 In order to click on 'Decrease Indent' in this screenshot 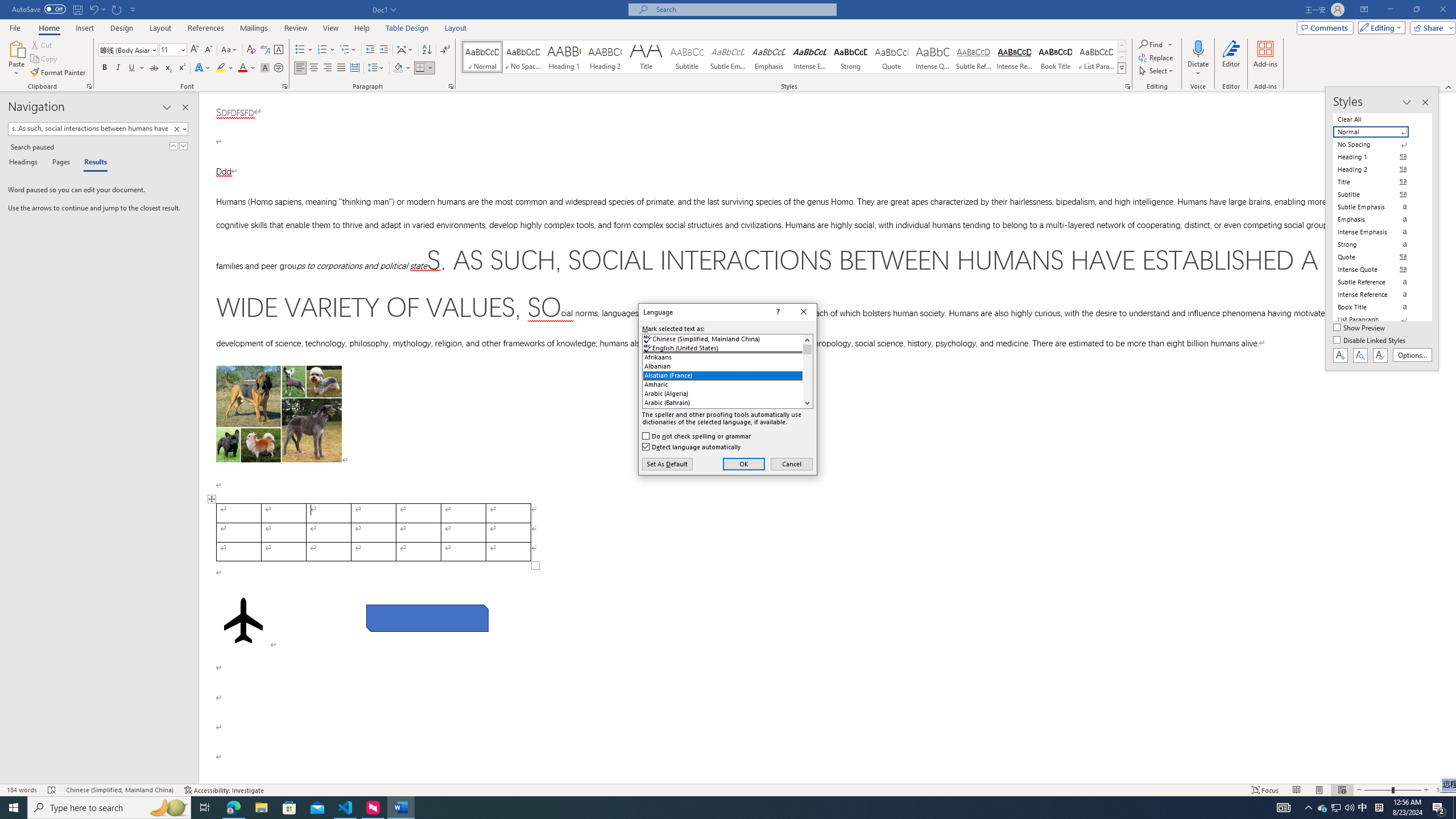, I will do `click(370, 49)`.